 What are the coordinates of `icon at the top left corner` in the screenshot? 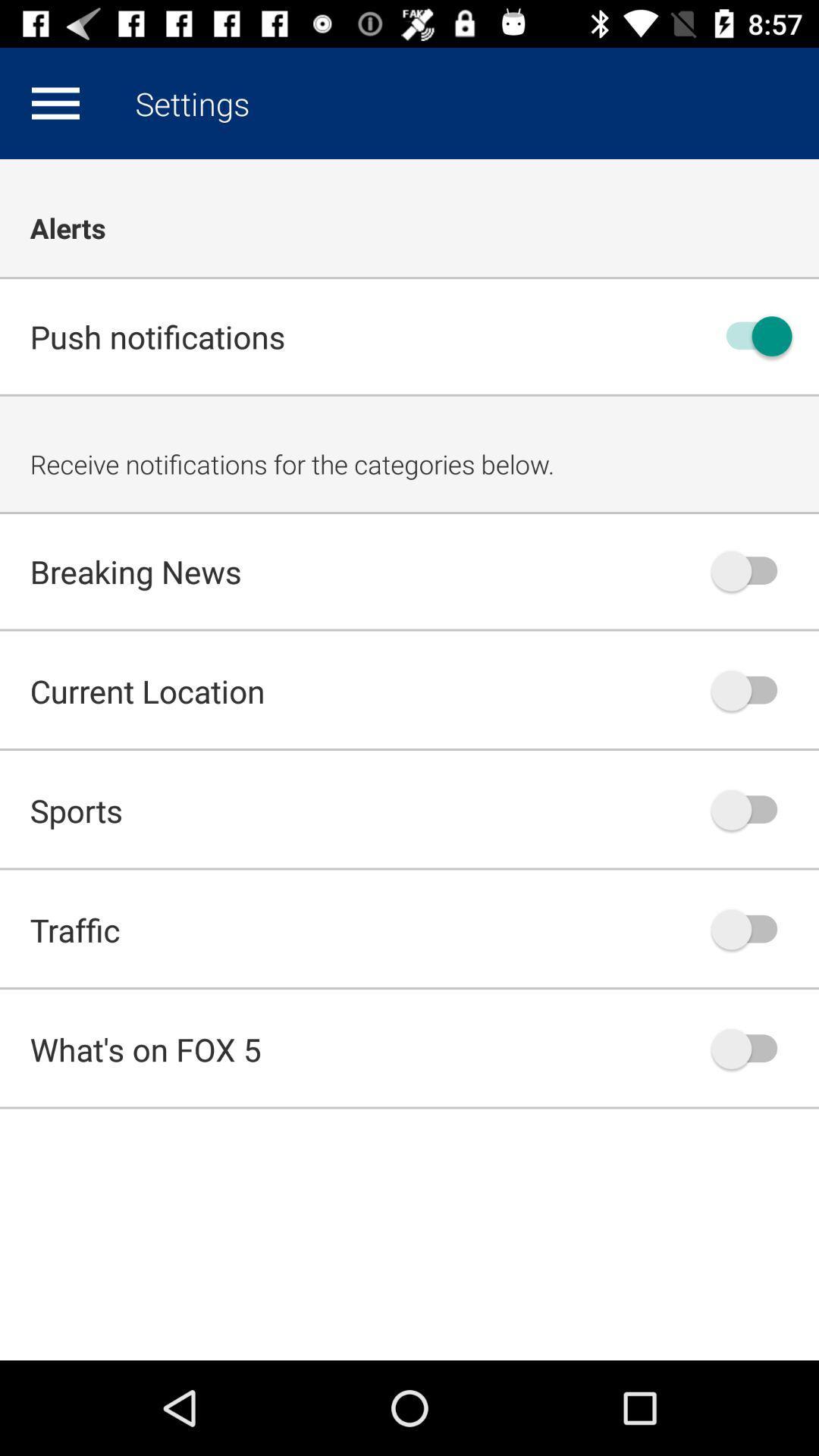 It's located at (55, 102).